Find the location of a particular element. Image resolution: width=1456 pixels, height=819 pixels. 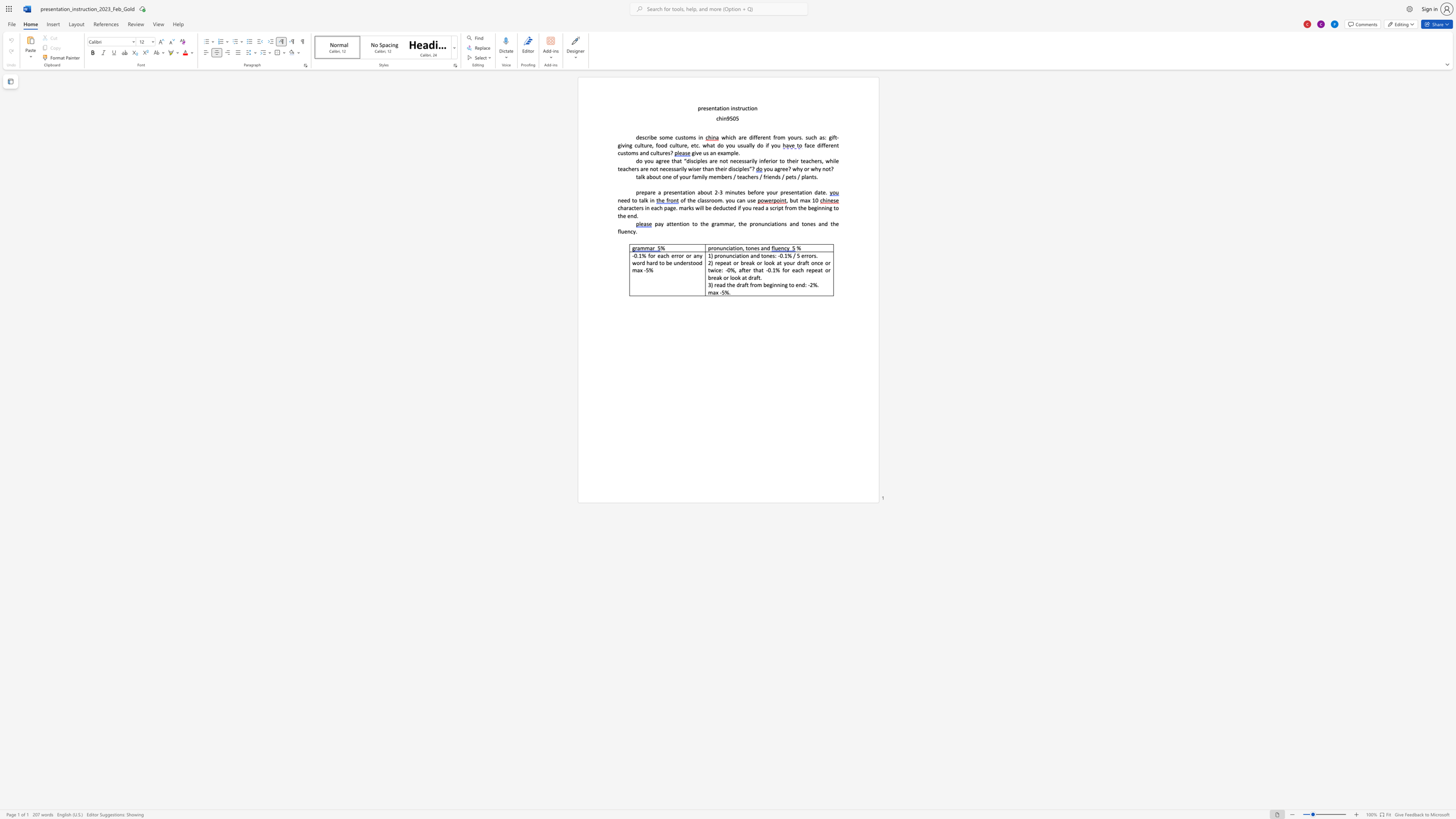

the 3th character "e" in the text is located at coordinates (763, 137).